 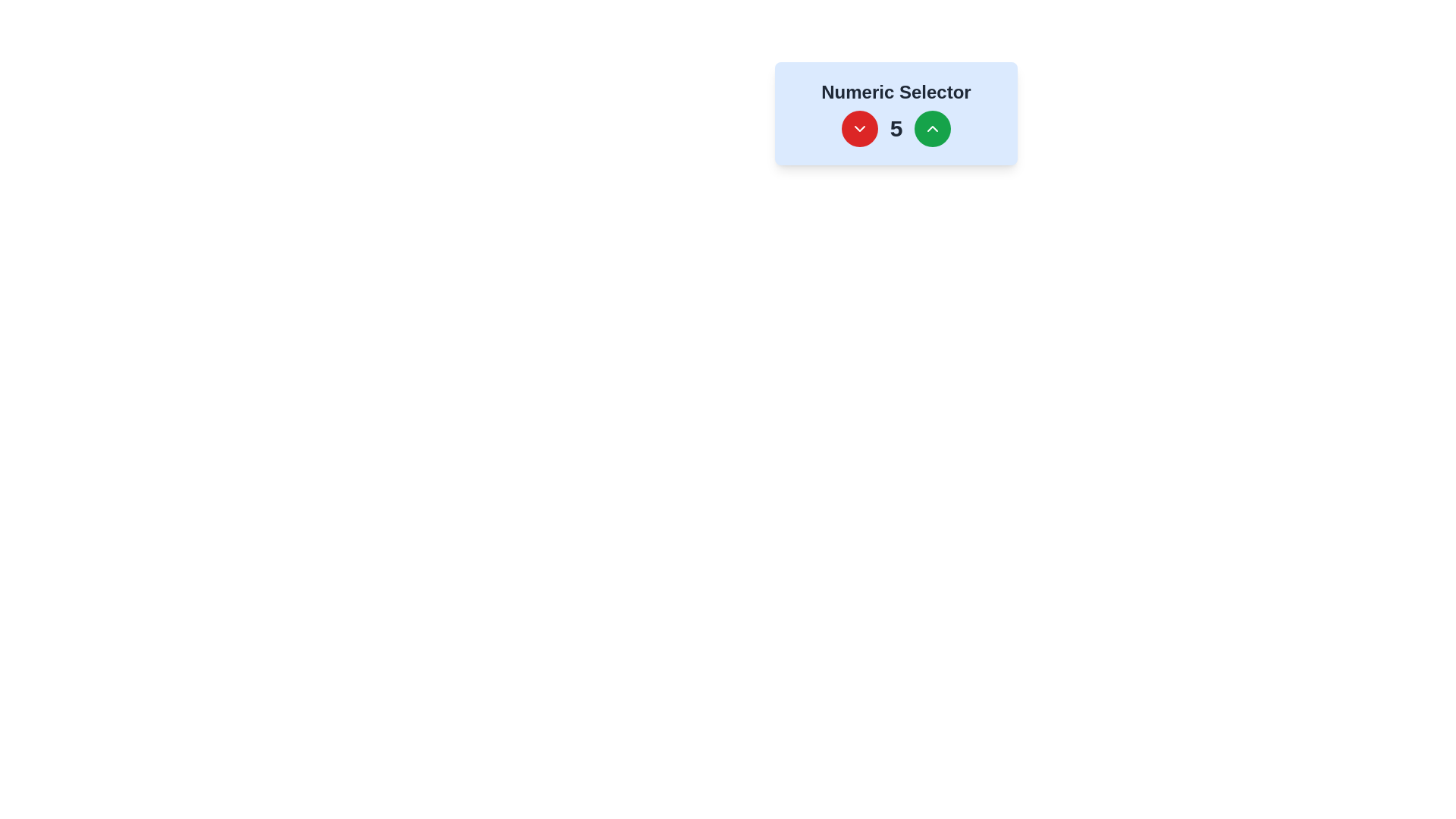 What do you see at coordinates (896, 93) in the screenshot?
I see `the 'Numeric Selector' text label, which is a large, bold, dark gray text positioned at the top of a numeric selector interface` at bounding box center [896, 93].